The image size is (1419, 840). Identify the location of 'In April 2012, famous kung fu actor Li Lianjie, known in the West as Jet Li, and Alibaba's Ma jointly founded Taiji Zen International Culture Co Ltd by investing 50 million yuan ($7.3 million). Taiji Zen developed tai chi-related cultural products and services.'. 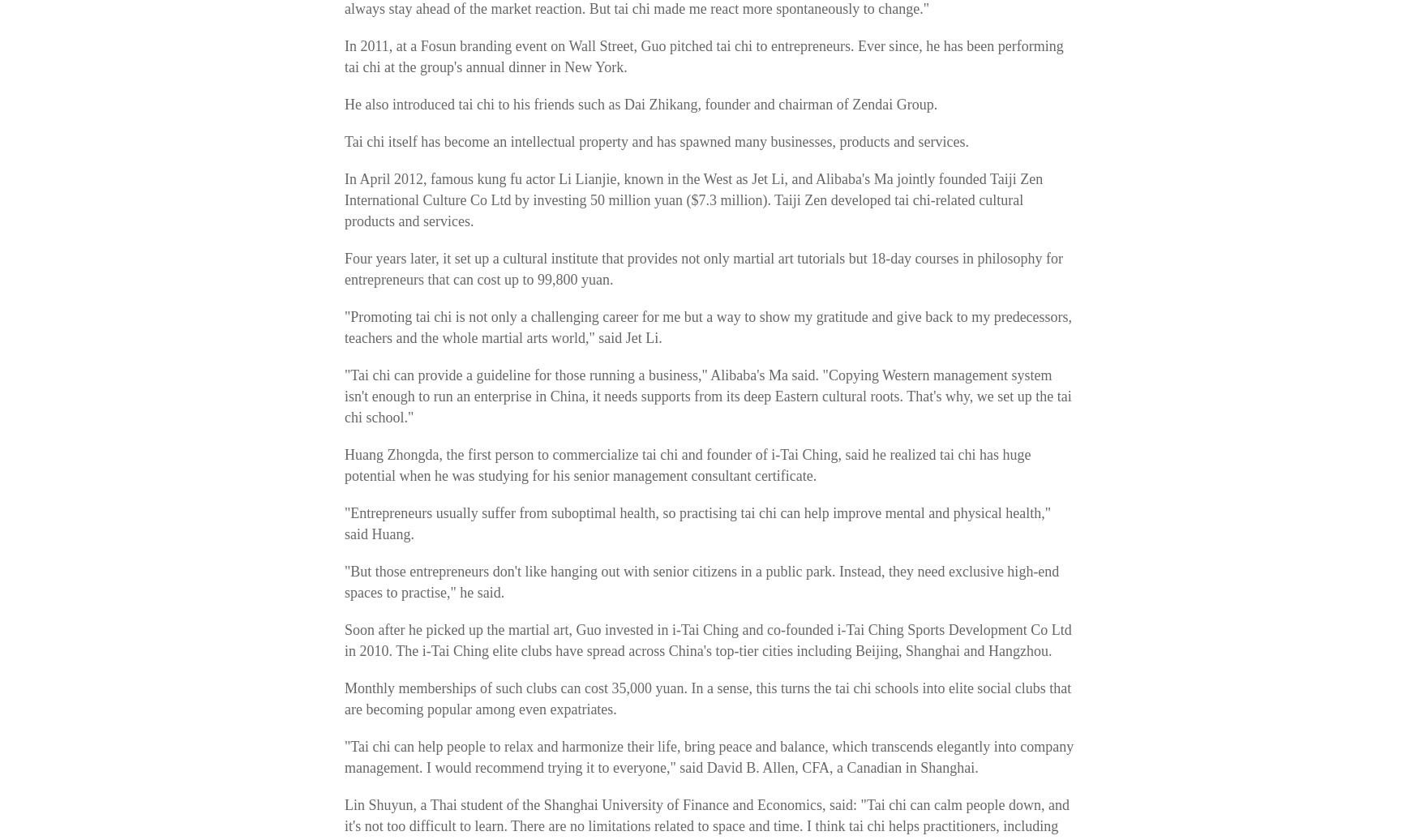
(344, 199).